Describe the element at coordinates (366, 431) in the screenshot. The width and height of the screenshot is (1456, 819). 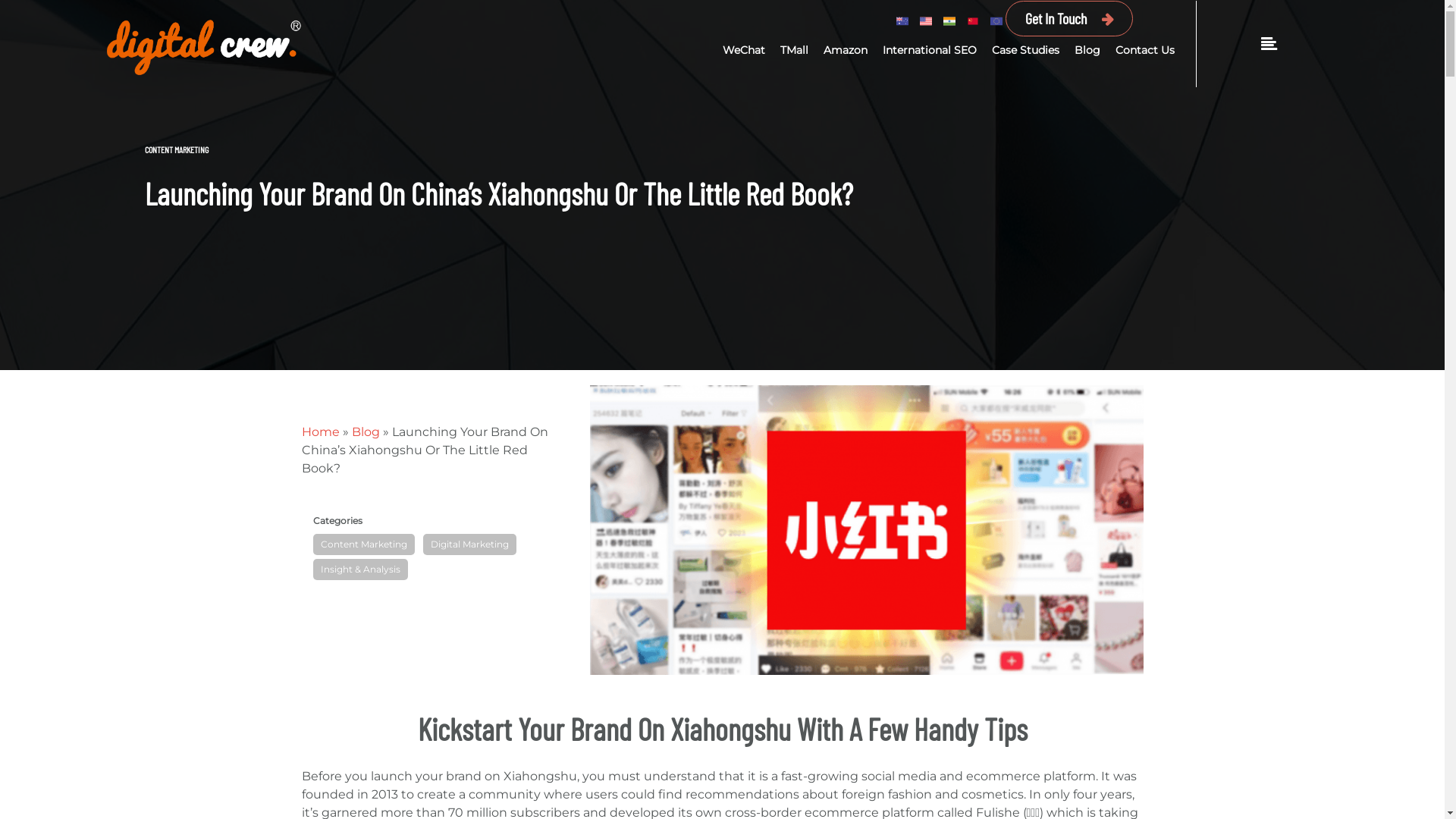
I see `'Blog'` at that location.